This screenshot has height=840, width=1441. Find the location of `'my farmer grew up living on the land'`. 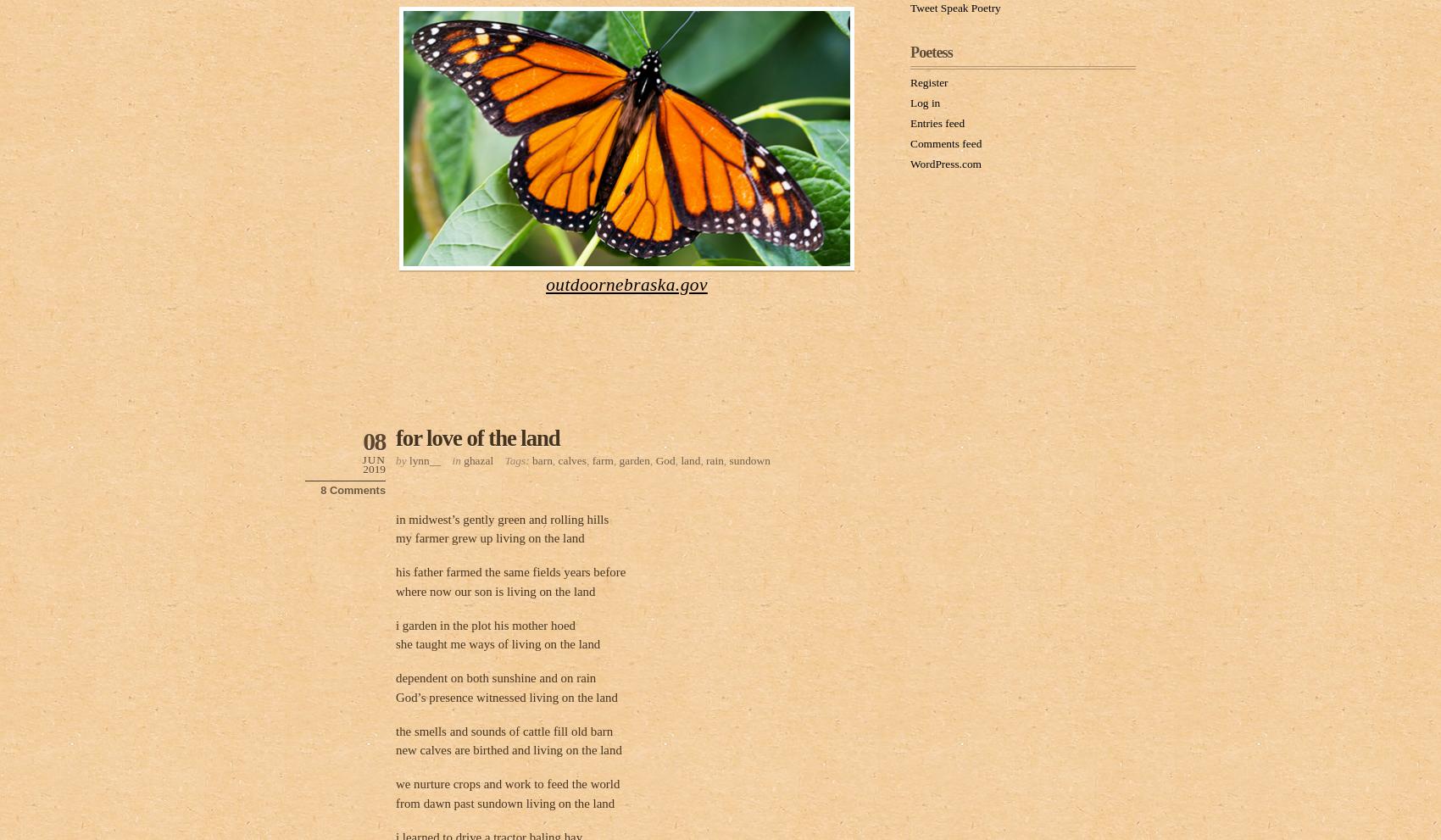

'my farmer grew up living on the land' is located at coordinates (489, 537).